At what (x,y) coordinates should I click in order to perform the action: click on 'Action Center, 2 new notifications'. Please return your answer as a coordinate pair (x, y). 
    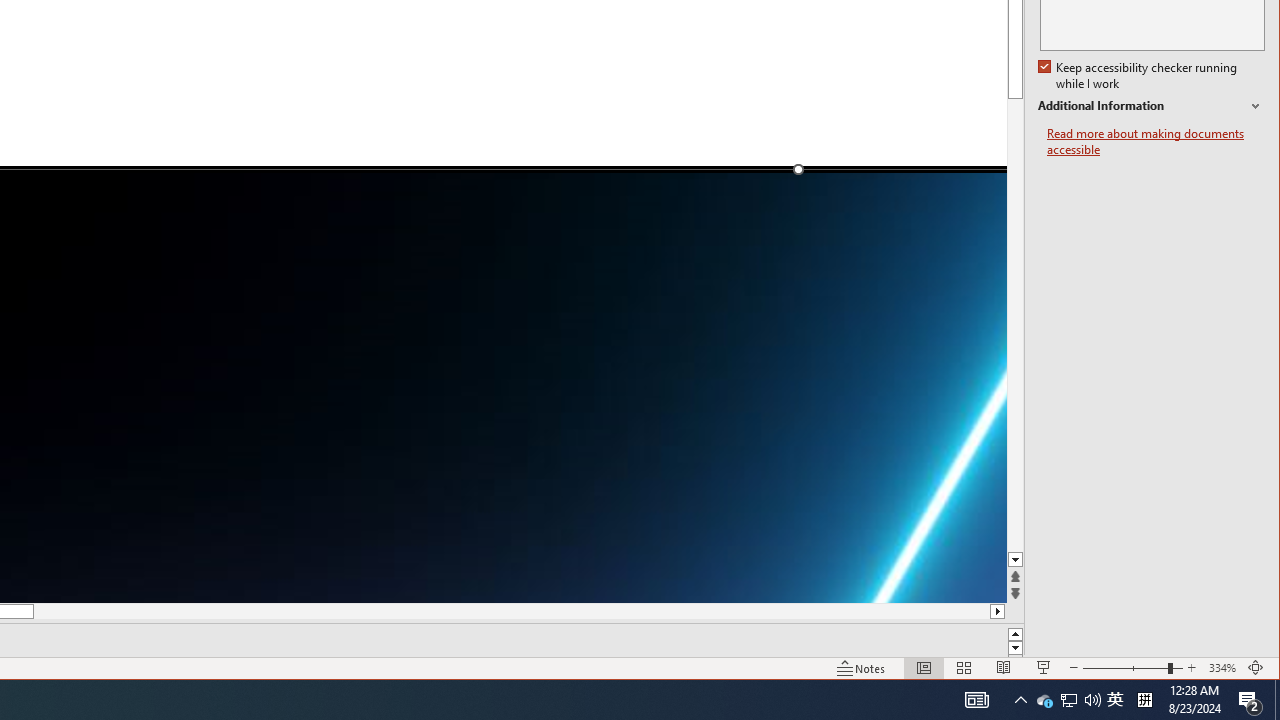
    Looking at the image, I should click on (1250, 698).